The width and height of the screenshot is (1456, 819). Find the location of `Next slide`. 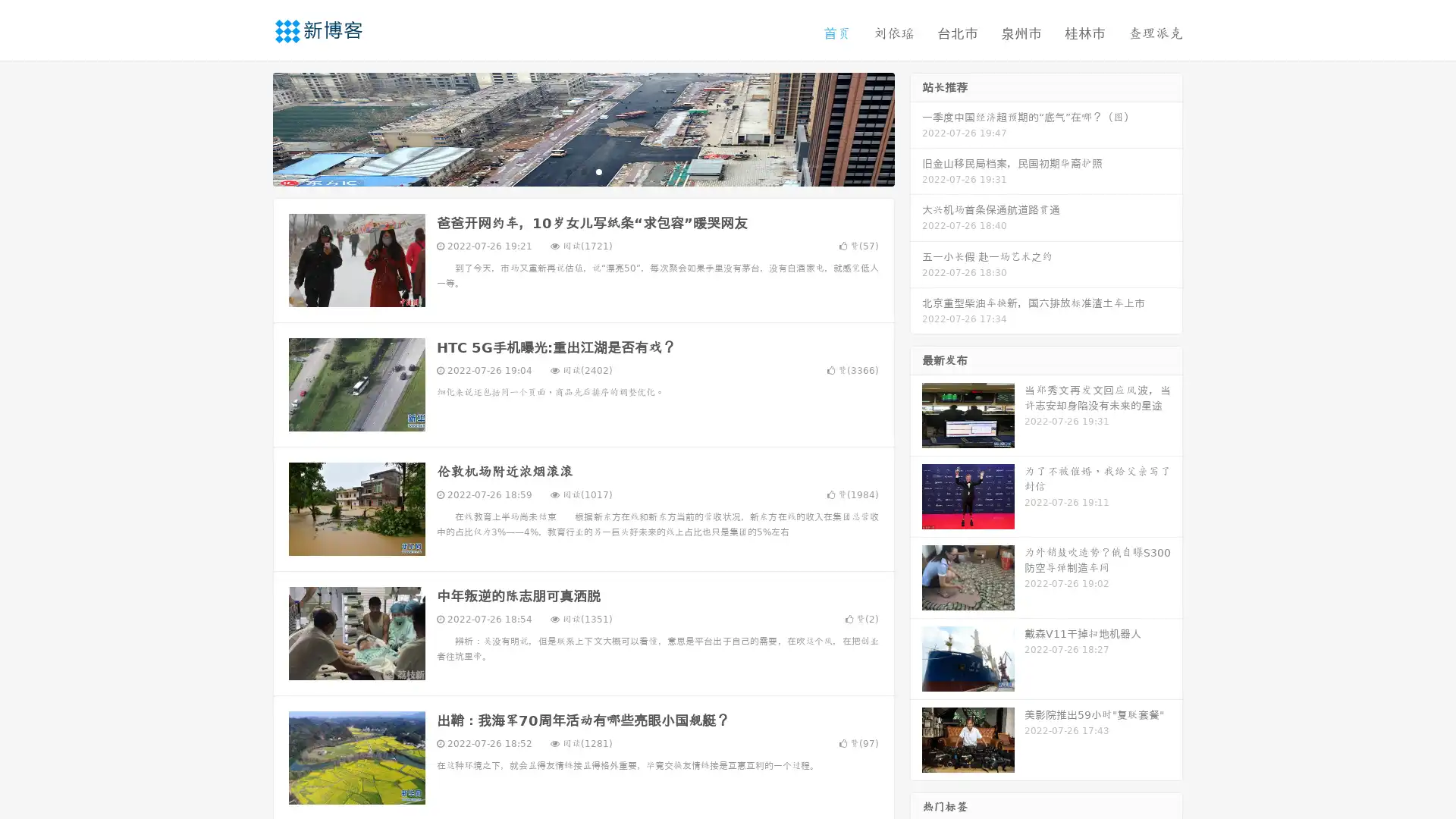

Next slide is located at coordinates (916, 127).